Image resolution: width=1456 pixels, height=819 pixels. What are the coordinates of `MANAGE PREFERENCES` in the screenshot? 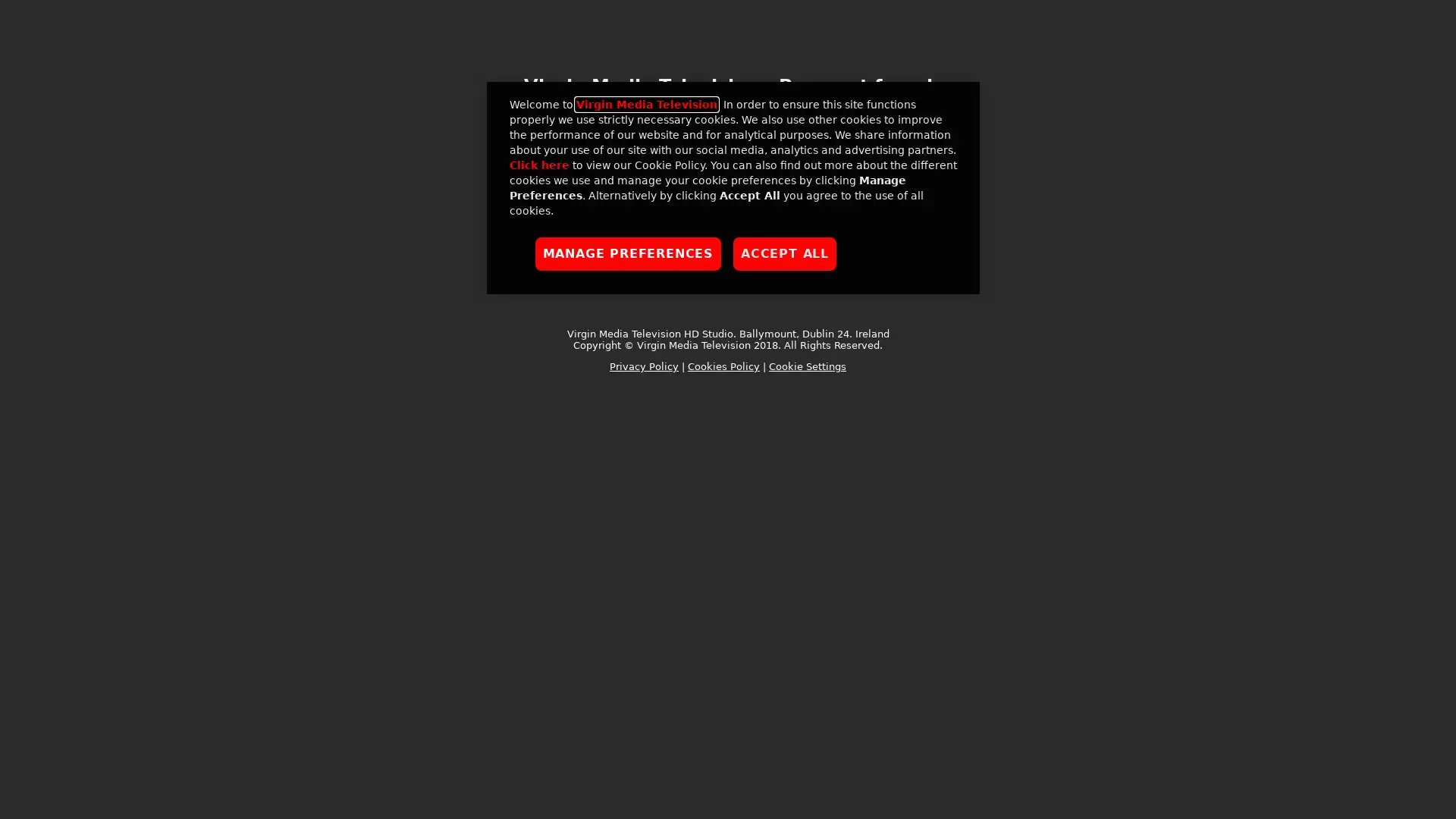 It's located at (628, 253).